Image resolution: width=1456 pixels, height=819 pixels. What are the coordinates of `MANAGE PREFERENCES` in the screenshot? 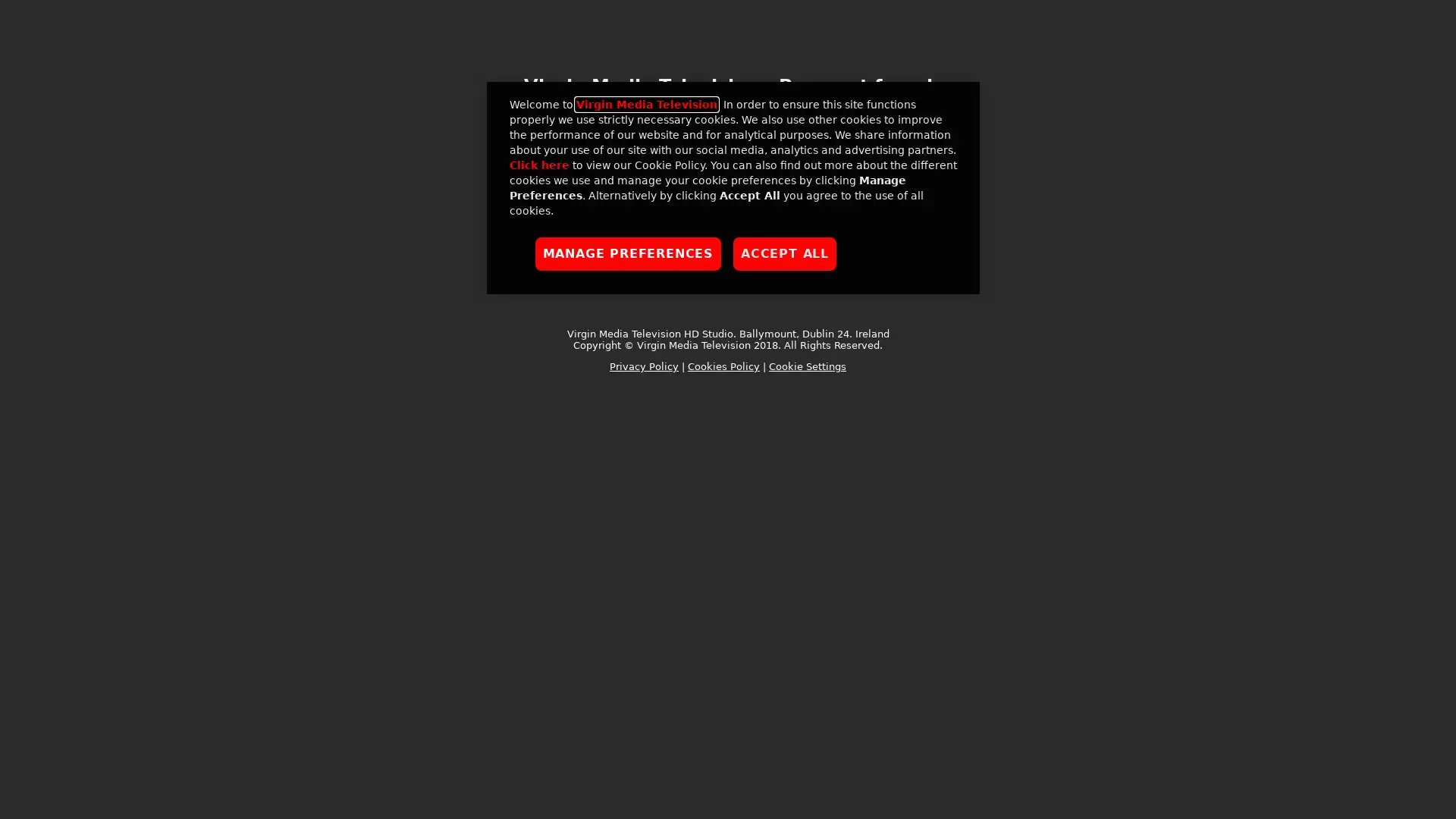 It's located at (628, 253).